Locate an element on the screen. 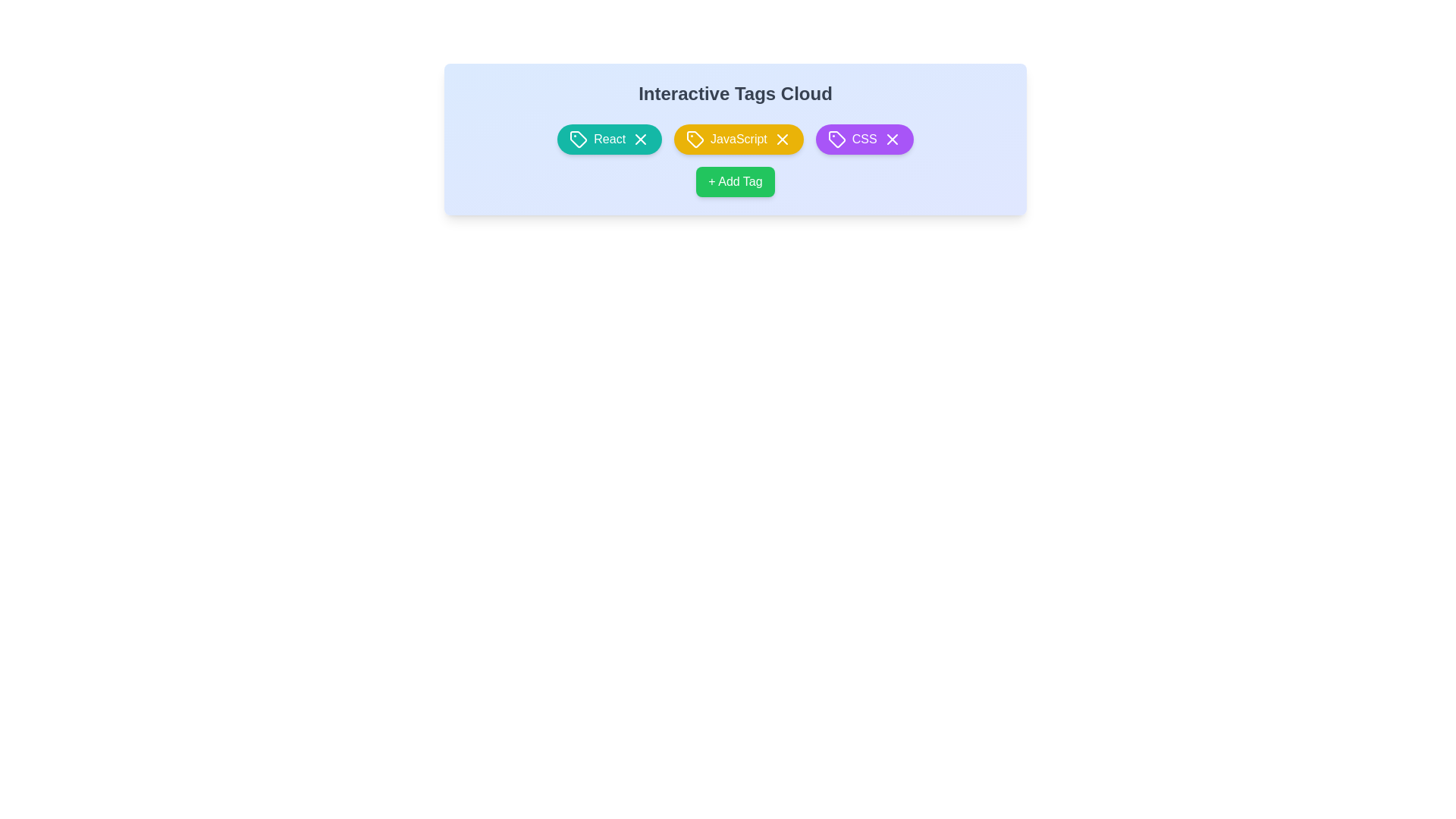 Image resolution: width=1456 pixels, height=819 pixels. the tag with label JavaScript to inspect its color and label is located at coordinates (739, 140).